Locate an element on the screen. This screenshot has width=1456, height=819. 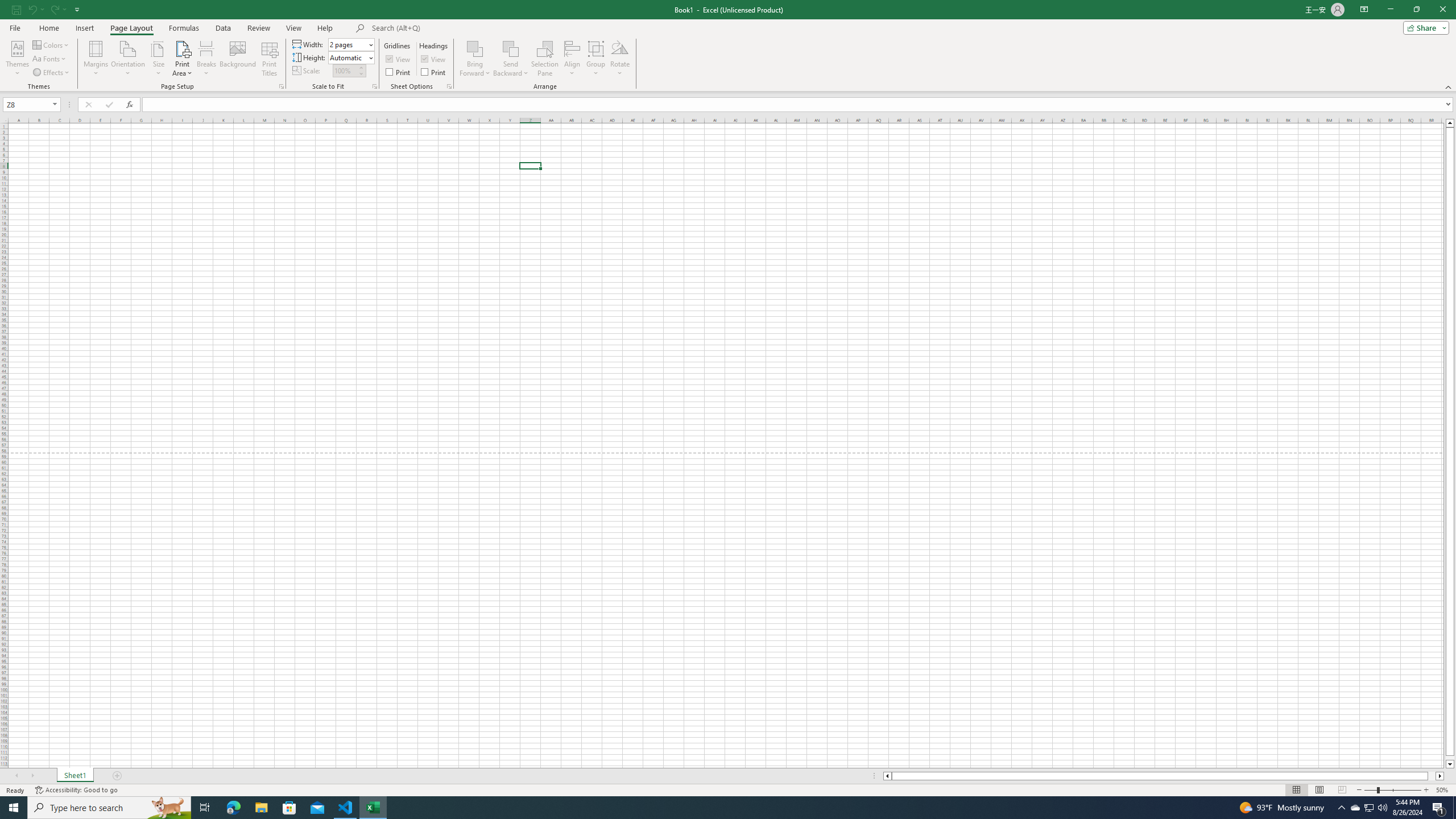
'Fonts' is located at coordinates (49, 59).